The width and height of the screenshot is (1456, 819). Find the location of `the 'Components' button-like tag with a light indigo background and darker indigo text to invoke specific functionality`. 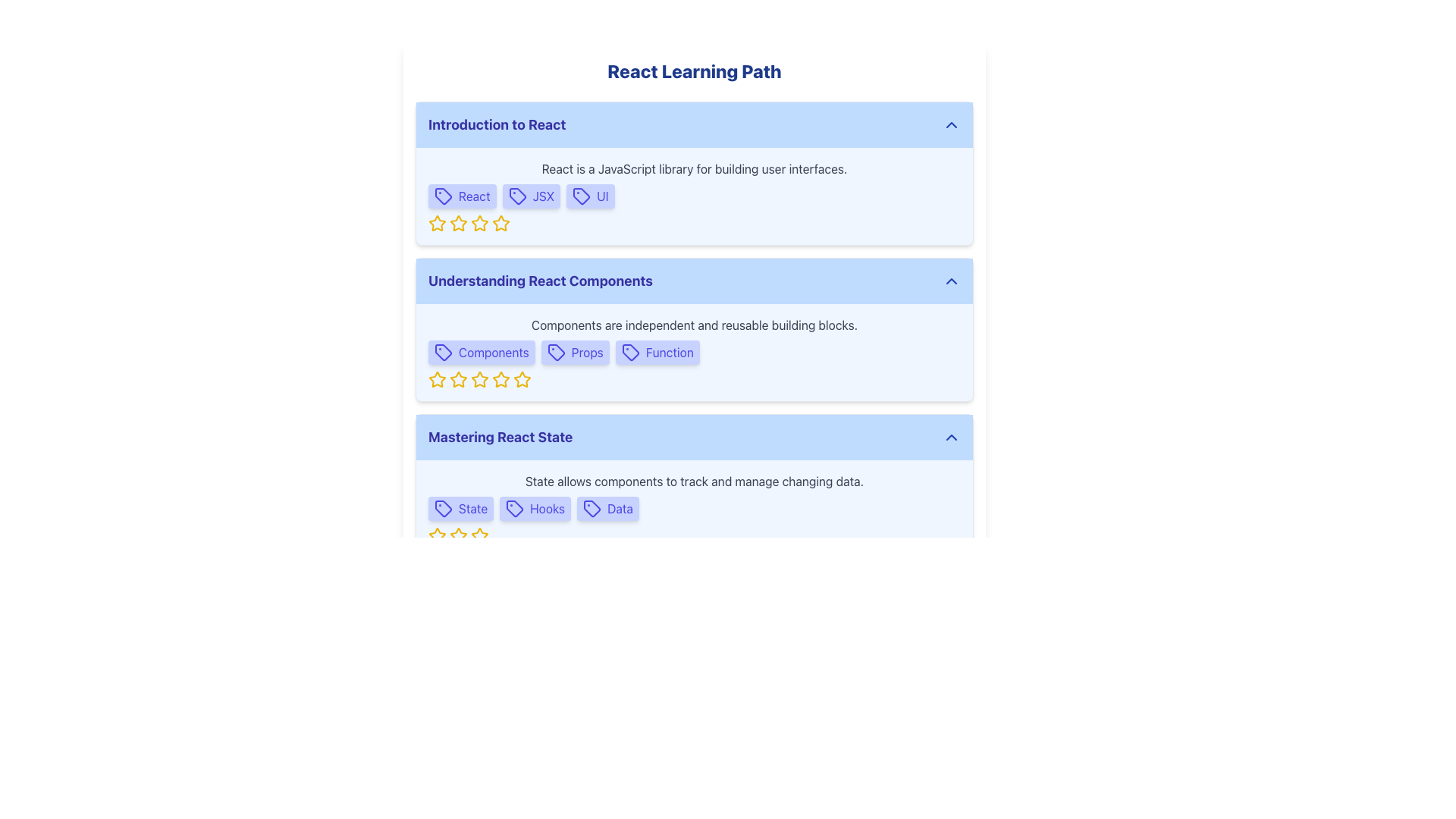

the 'Components' button-like tag with a light indigo background and darker indigo text to invoke specific functionality is located at coordinates (481, 353).